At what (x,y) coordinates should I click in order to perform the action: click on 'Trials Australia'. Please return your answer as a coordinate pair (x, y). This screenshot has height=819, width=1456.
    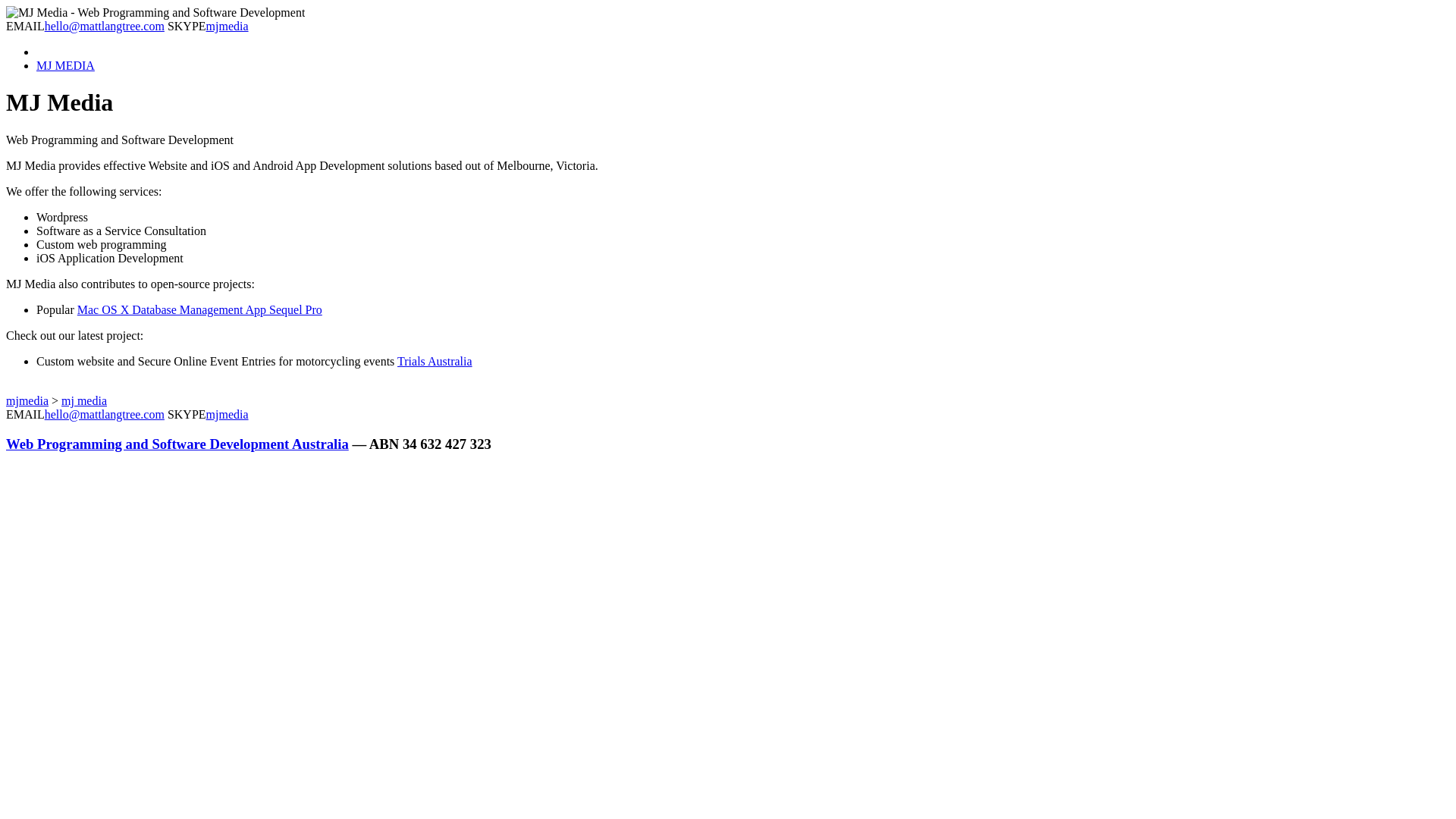
    Looking at the image, I should click on (434, 361).